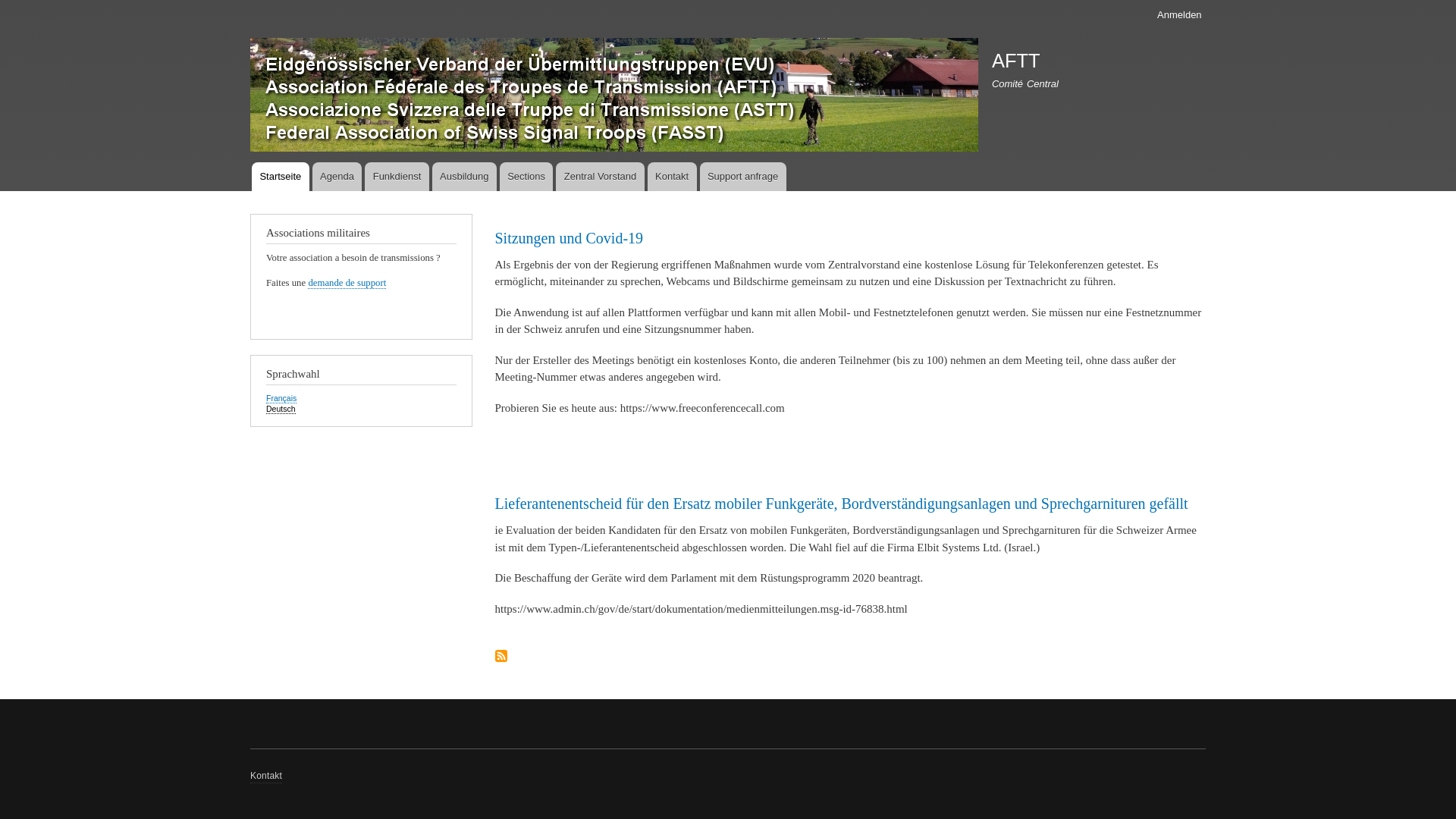  What do you see at coordinates (265, 776) in the screenshot?
I see `'Kontakt'` at bounding box center [265, 776].